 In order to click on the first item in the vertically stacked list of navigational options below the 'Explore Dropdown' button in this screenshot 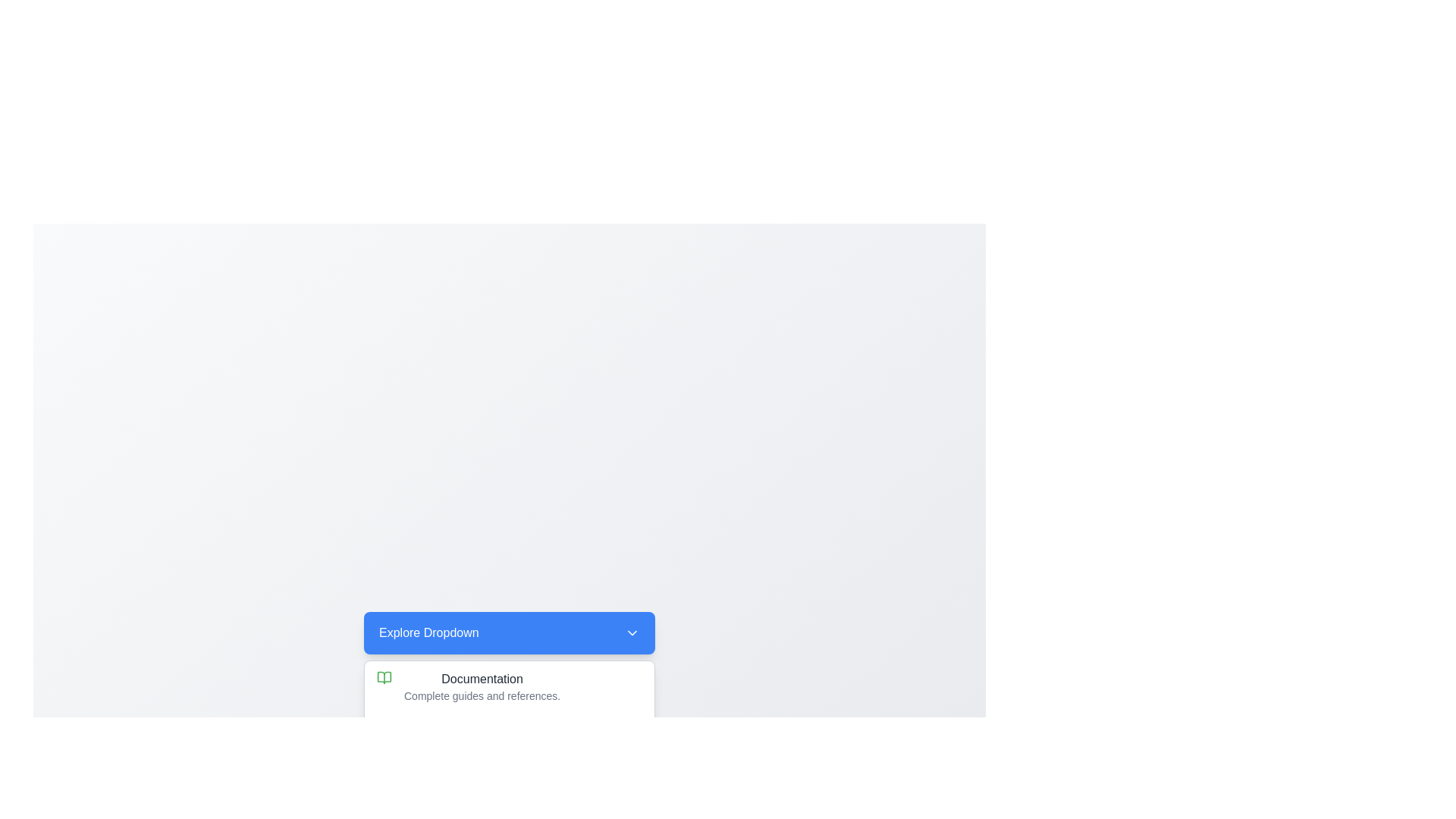, I will do `click(510, 687)`.